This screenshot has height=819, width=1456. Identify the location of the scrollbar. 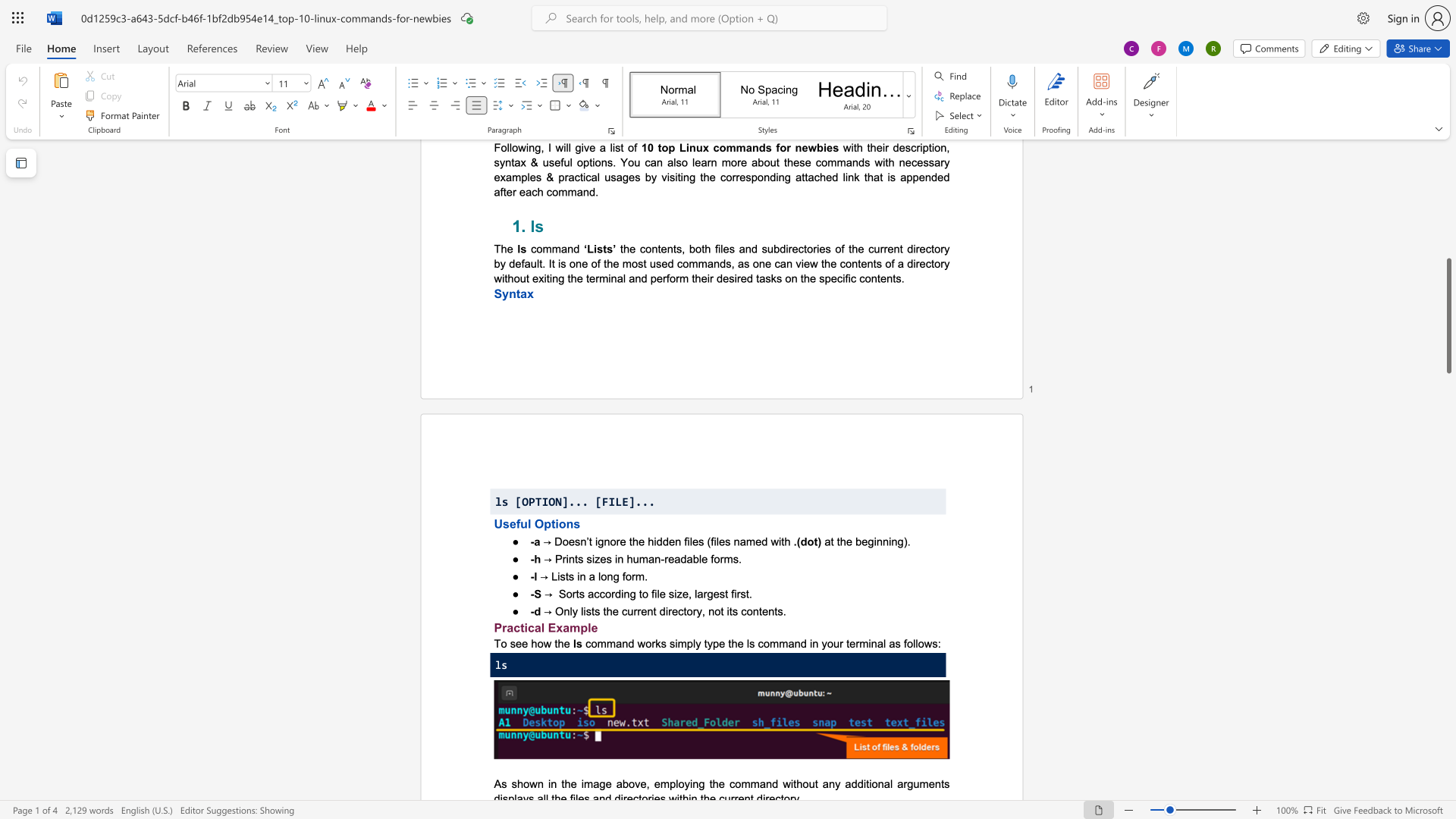
(1448, 325).